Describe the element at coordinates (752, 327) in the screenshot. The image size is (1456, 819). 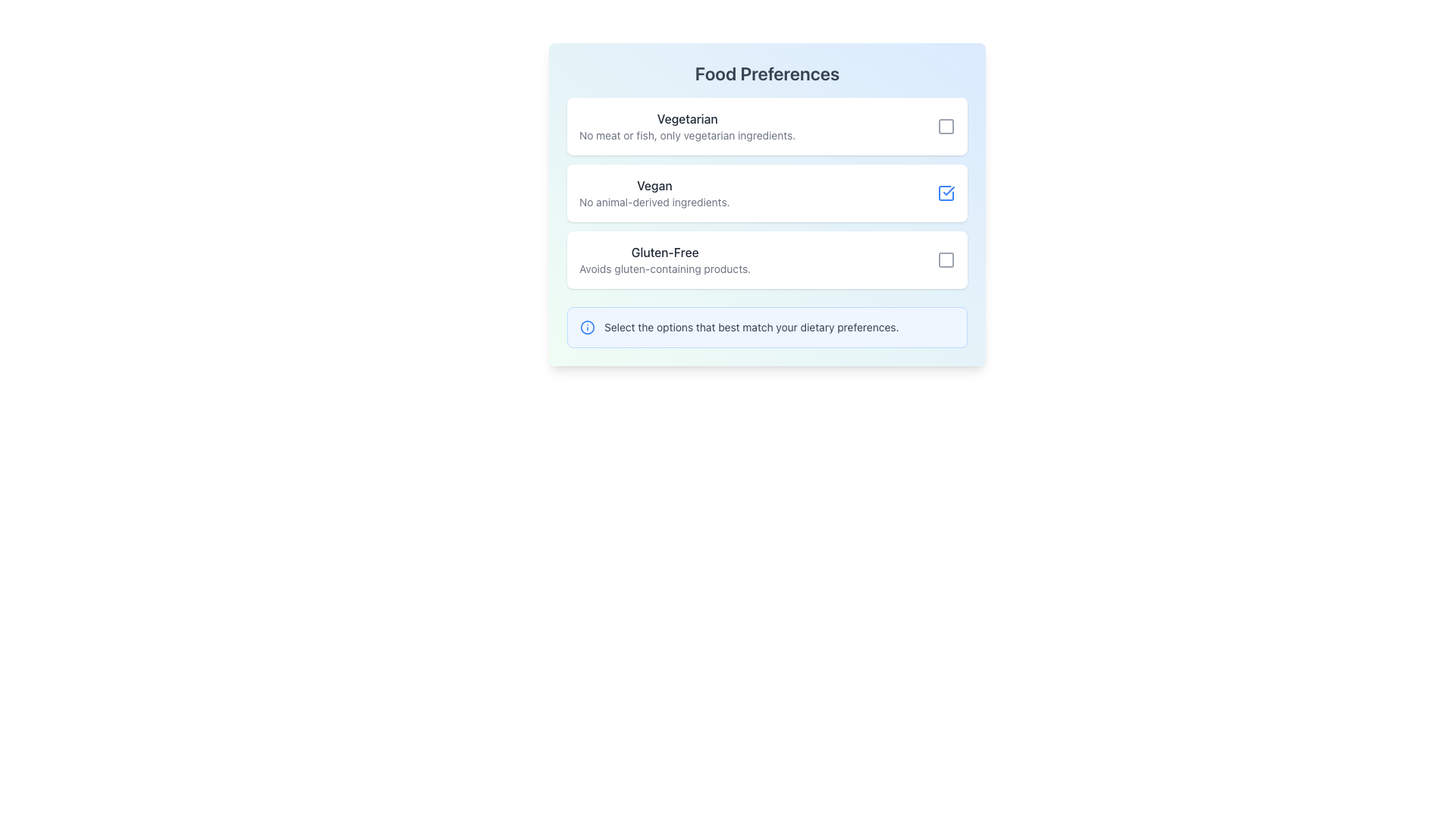
I see `the text label that provides guidance for dietary options located below the selectable options 'Vegetarian,' 'Vegan,' and 'Gluten-Free.'` at that location.